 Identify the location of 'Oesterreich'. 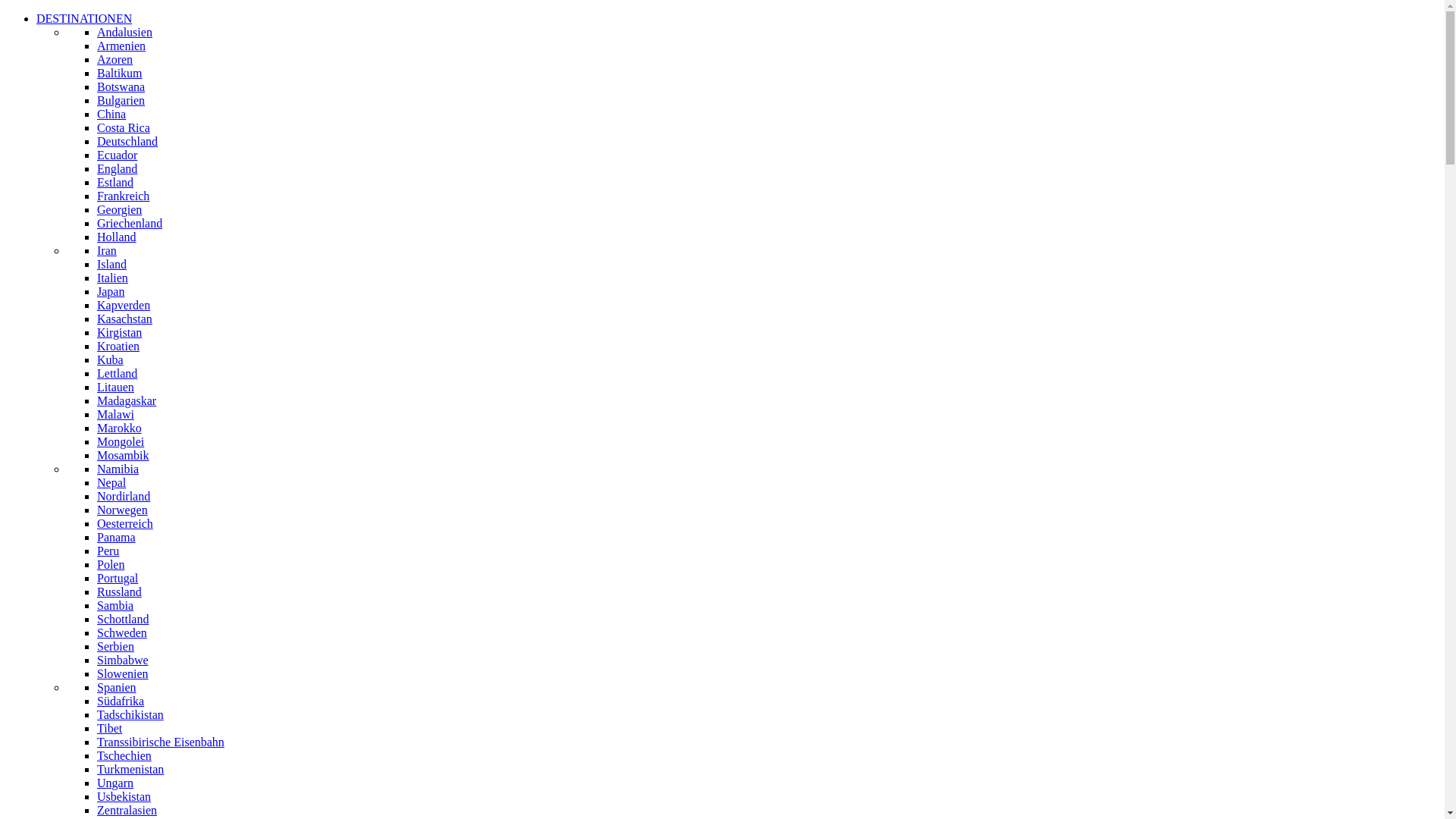
(124, 522).